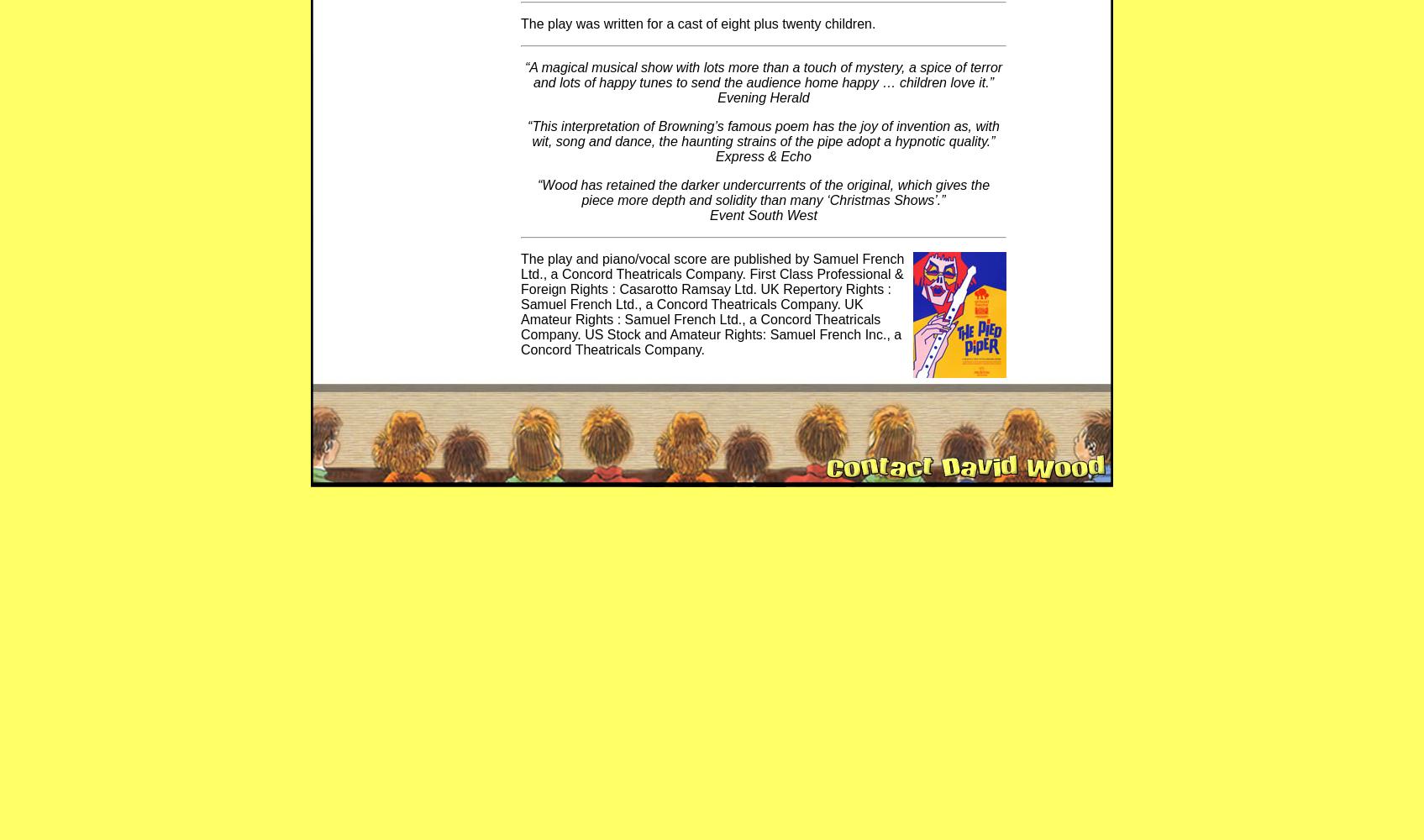 This screenshot has width=1424, height=840. I want to click on 'Evening Herald', so click(762, 97).